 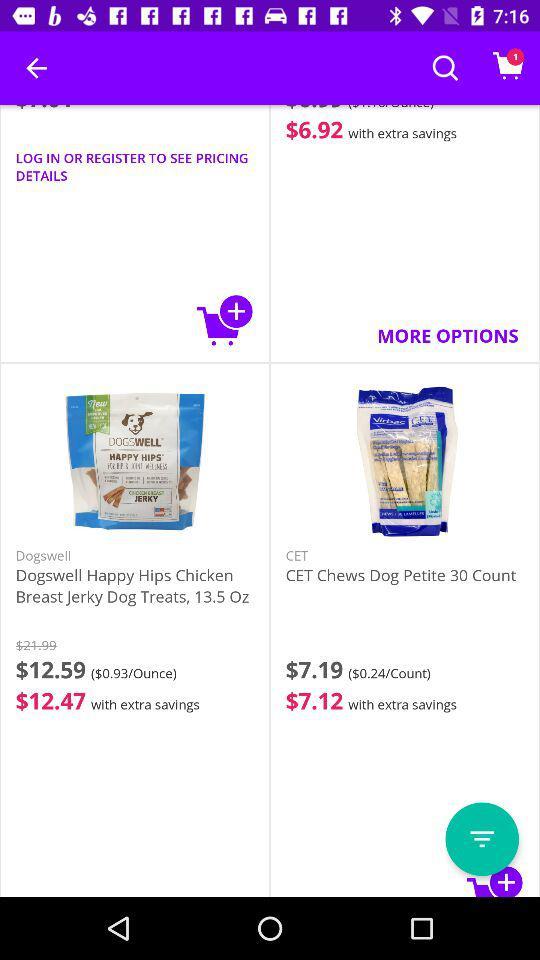 What do you see at coordinates (494, 878) in the screenshot?
I see `to cart` at bounding box center [494, 878].